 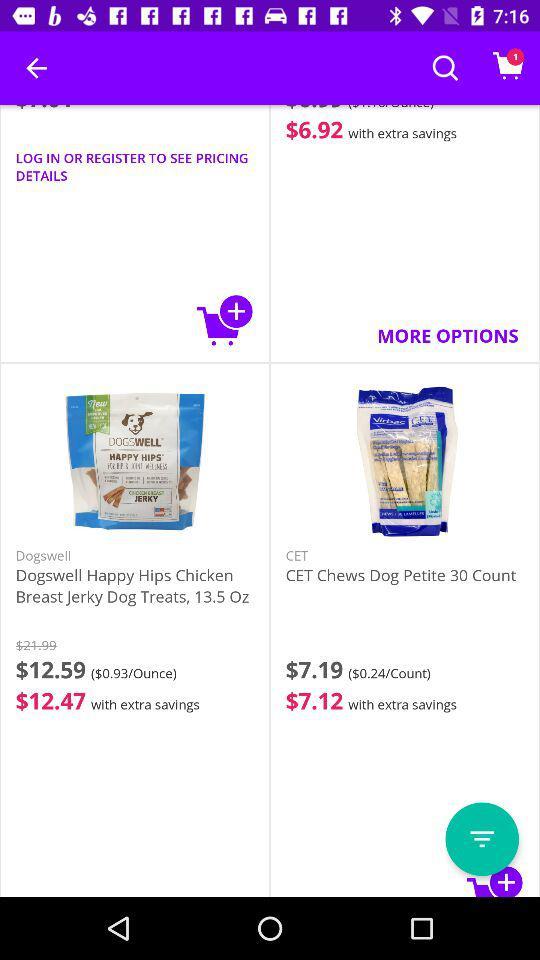 What do you see at coordinates (494, 878) in the screenshot?
I see `to cart` at bounding box center [494, 878].